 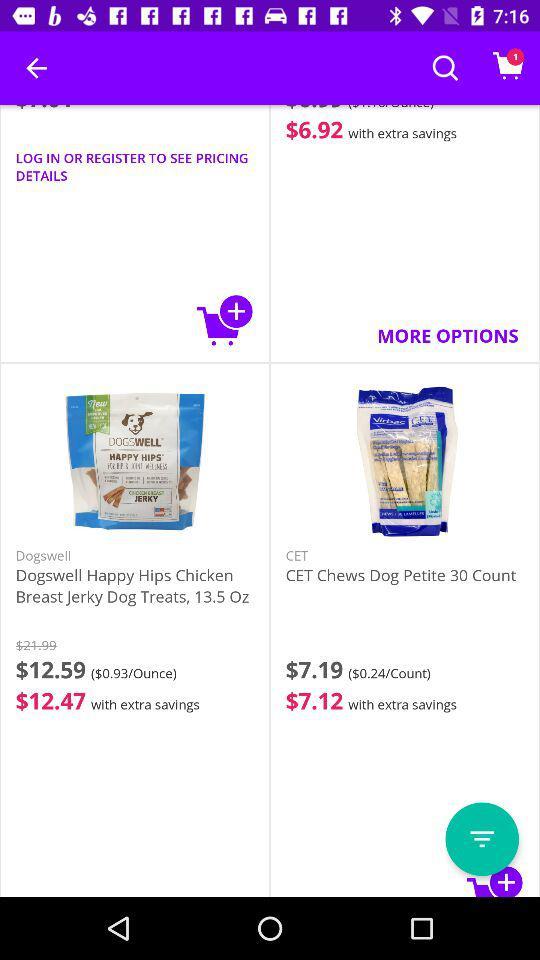 What do you see at coordinates (494, 878) in the screenshot?
I see `to cart` at bounding box center [494, 878].